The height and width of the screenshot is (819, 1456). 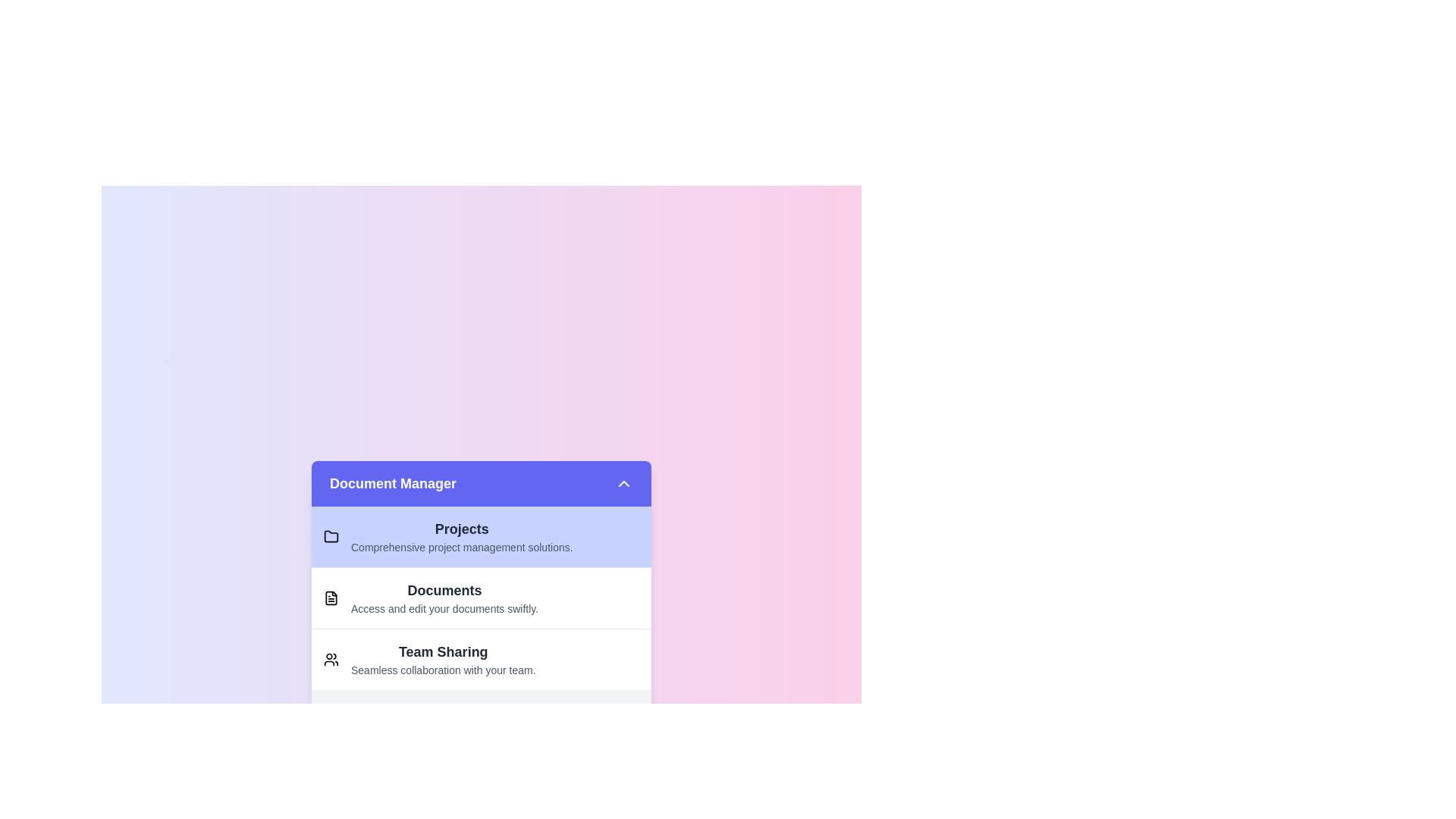 What do you see at coordinates (480, 536) in the screenshot?
I see `the item corresponding to Projects to highlight it` at bounding box center [480, 536].